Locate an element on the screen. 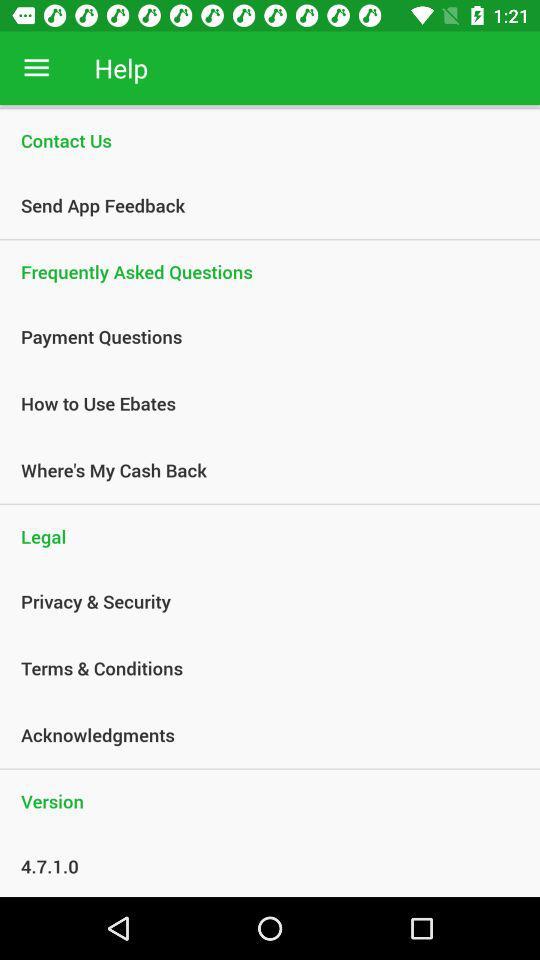 This screenshot has height=960, width=540. the how to use icon is located at coordinates (259, 402).